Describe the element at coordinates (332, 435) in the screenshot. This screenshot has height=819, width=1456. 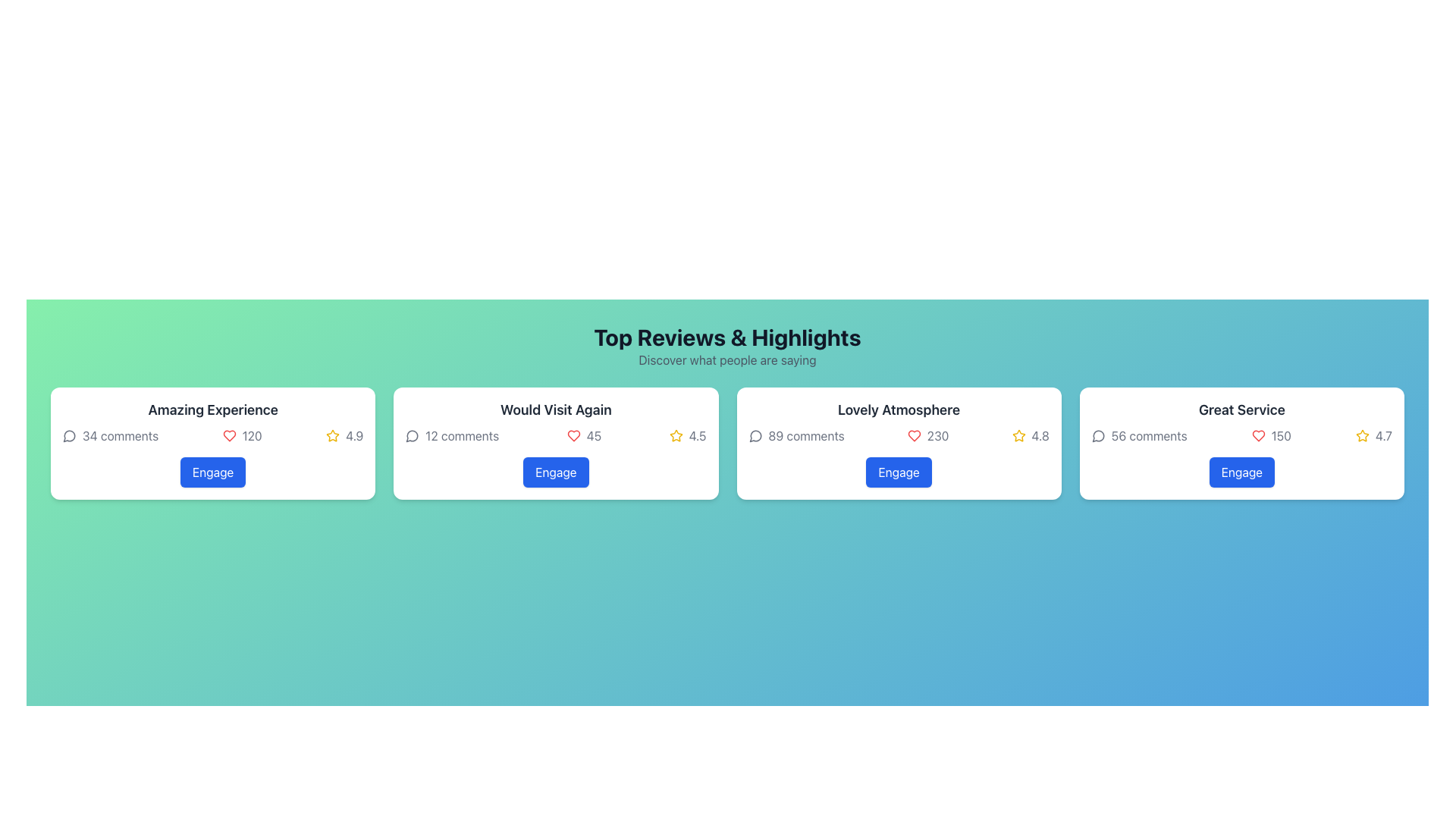
I see `the rating icon representing a score of '4.9' located in the 'Amazing Experience' card, which is positioned to the left of the text '4.9' and above the blue 'Engage' button` at that location.